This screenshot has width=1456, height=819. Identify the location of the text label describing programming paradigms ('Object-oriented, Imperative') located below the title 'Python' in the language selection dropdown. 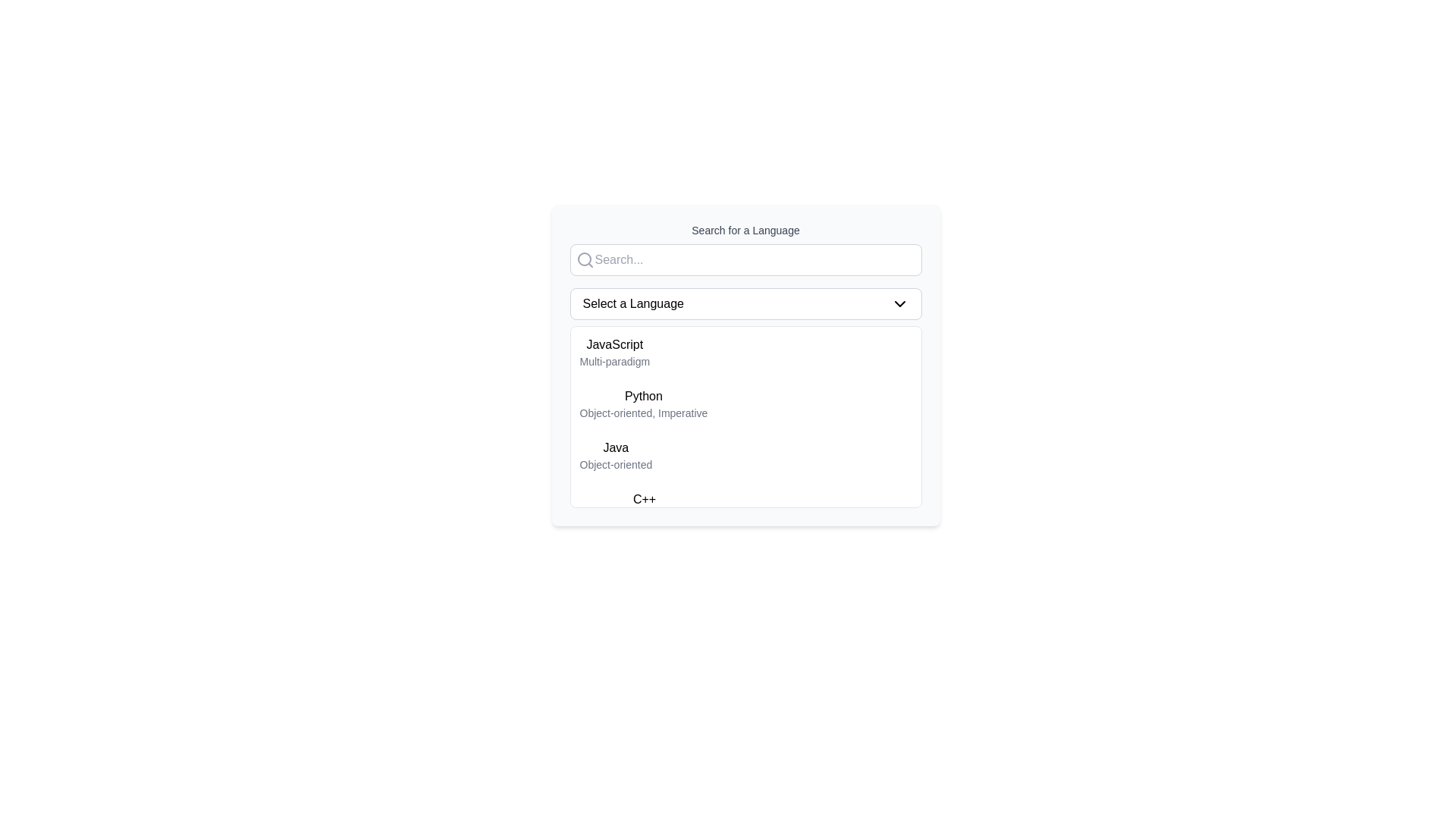
(644, 413).